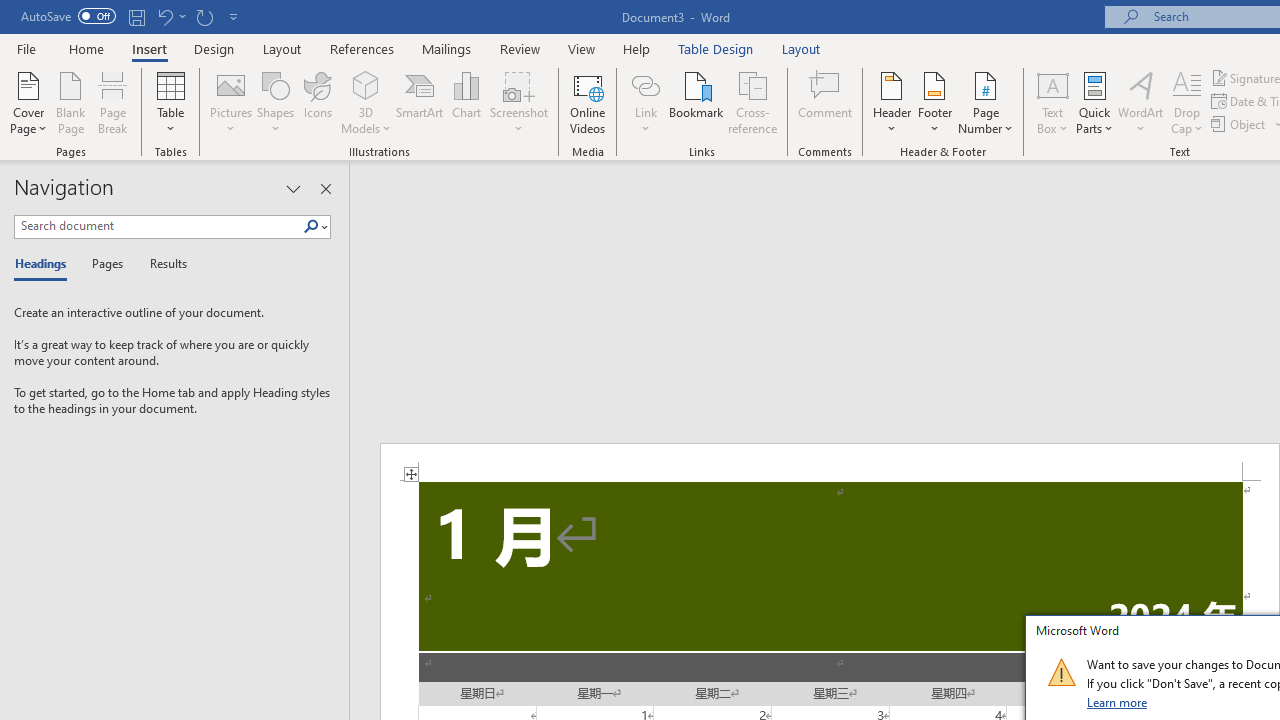  Describe the element at coordinates (1051, 103) in the screenshot. I see `'Text Box'` at that location.